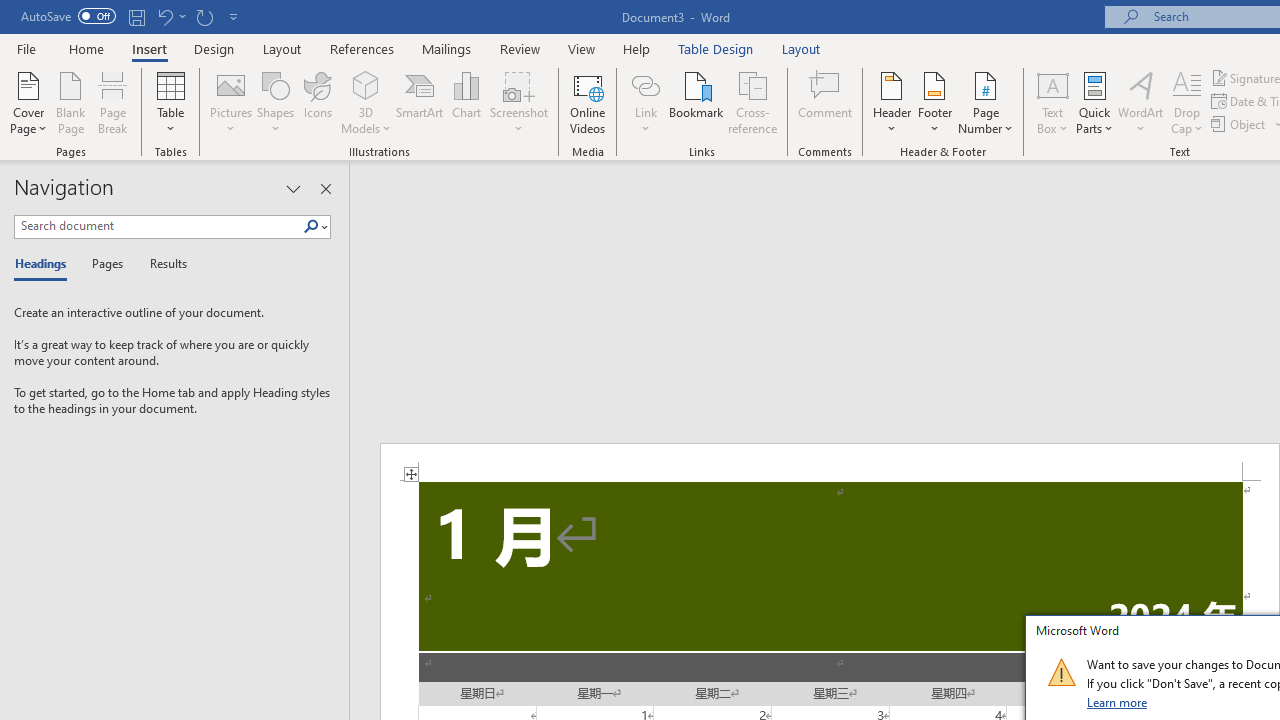  Describe the element at coordinates (1051, 103) in the screenshot. I see `'Text Box'` at that location.